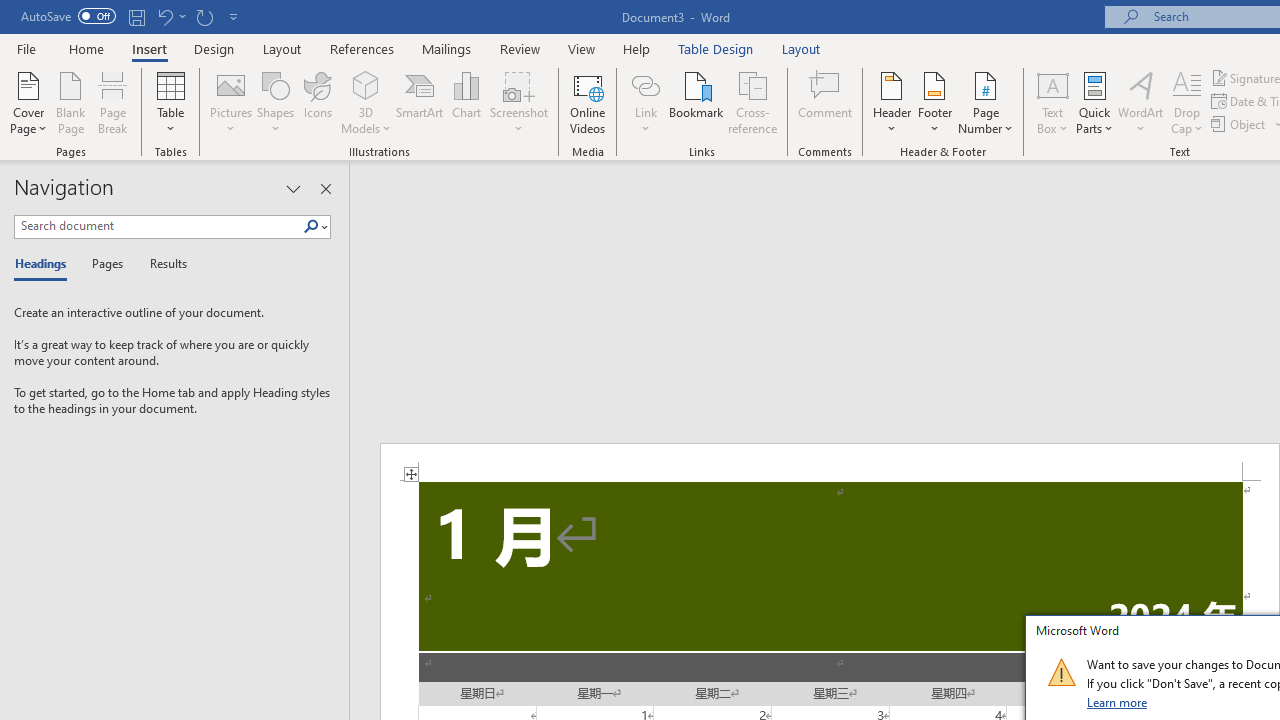  Describe the element at coordinates (1051, 103) in the screenshot. I see `'Text Box'` at that location.